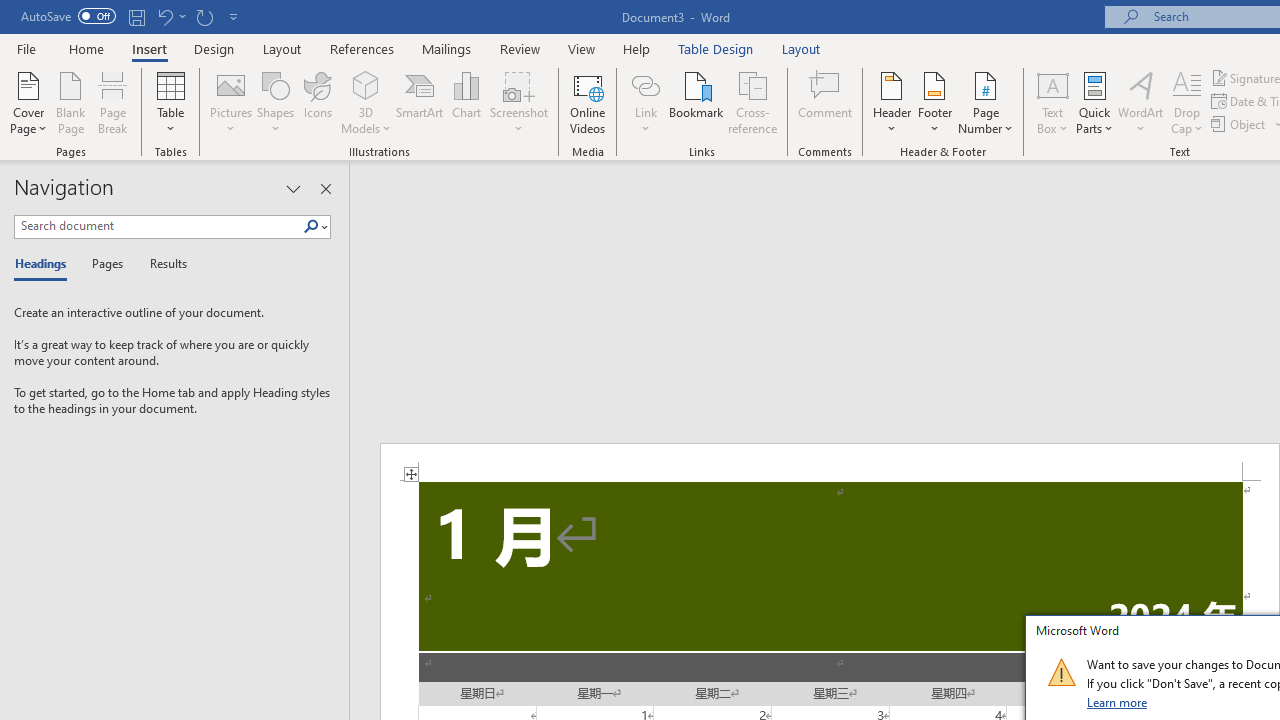  Describe the element at coordinates (1051, 103) in the screenshot. I see `'Text Box'` at that location.